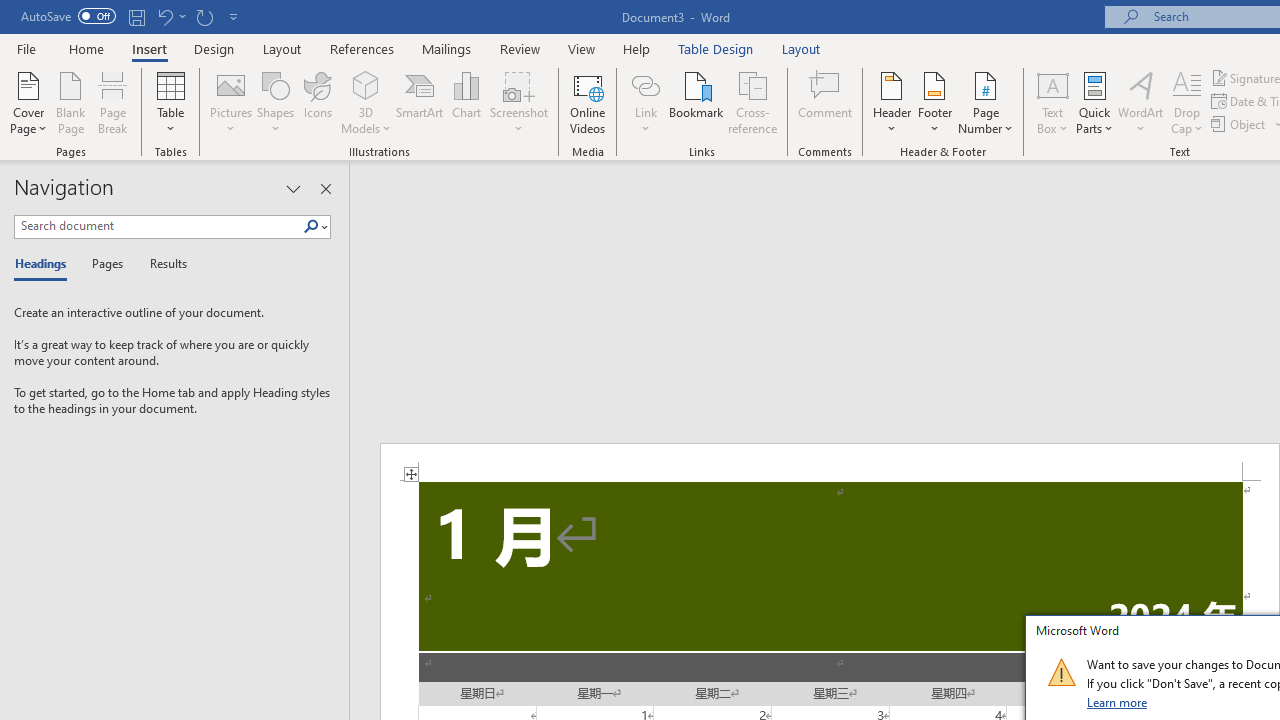  Describe the element at coordinates (1051, 103) in the screenshot. I see `'Text Box'` at that location.